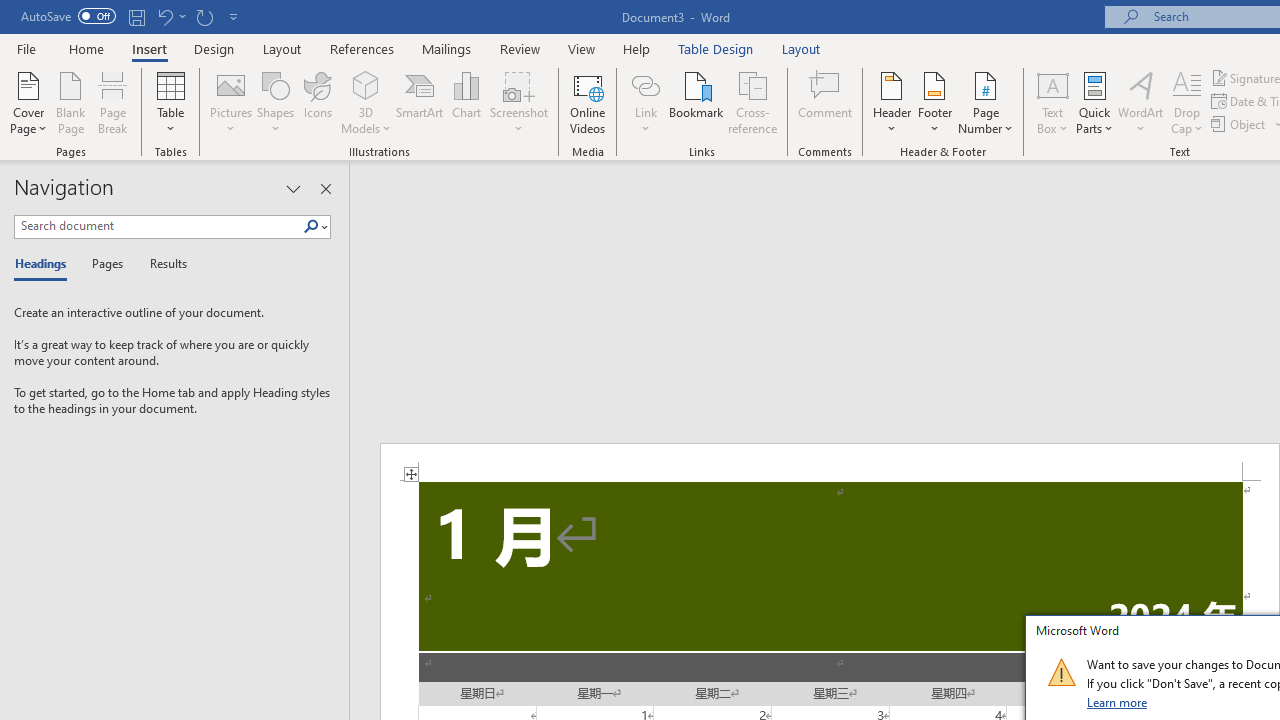  Describe the element at coordinates (1051, 103) in the screenshot. I see `'Text Box'` at that location.